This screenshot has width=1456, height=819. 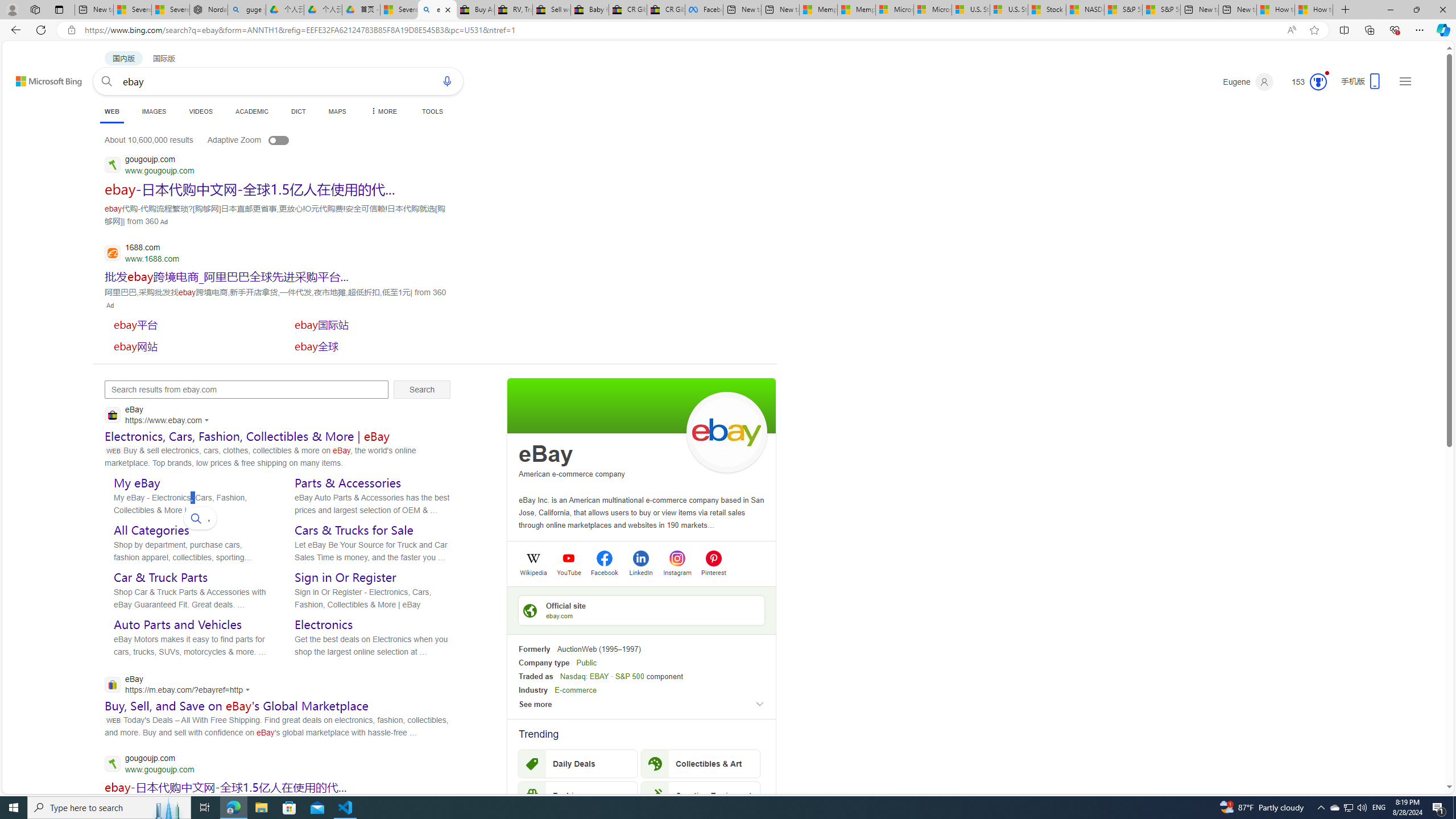 What do you see at coordinates (1405, 80) in the screenshot?
I see `'Settings and quick links'` at bounding box center [1405, 80].